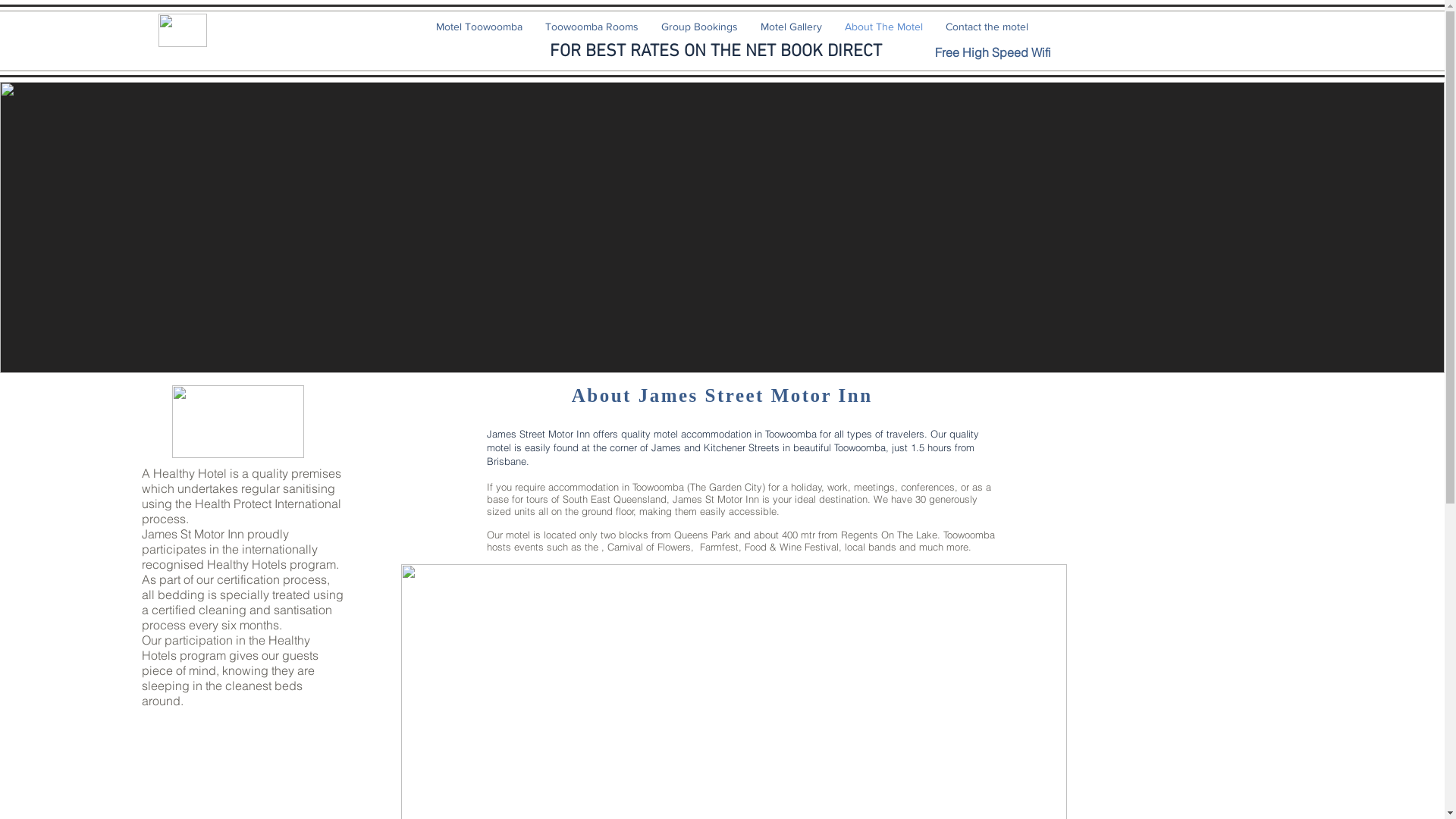 Image resolution: width=1456 pixels, height=819 pixels. What do you see at coordinates (883, 26) in the screenshot?
I see `'About The Motel'` at bounding box center [883, 26].